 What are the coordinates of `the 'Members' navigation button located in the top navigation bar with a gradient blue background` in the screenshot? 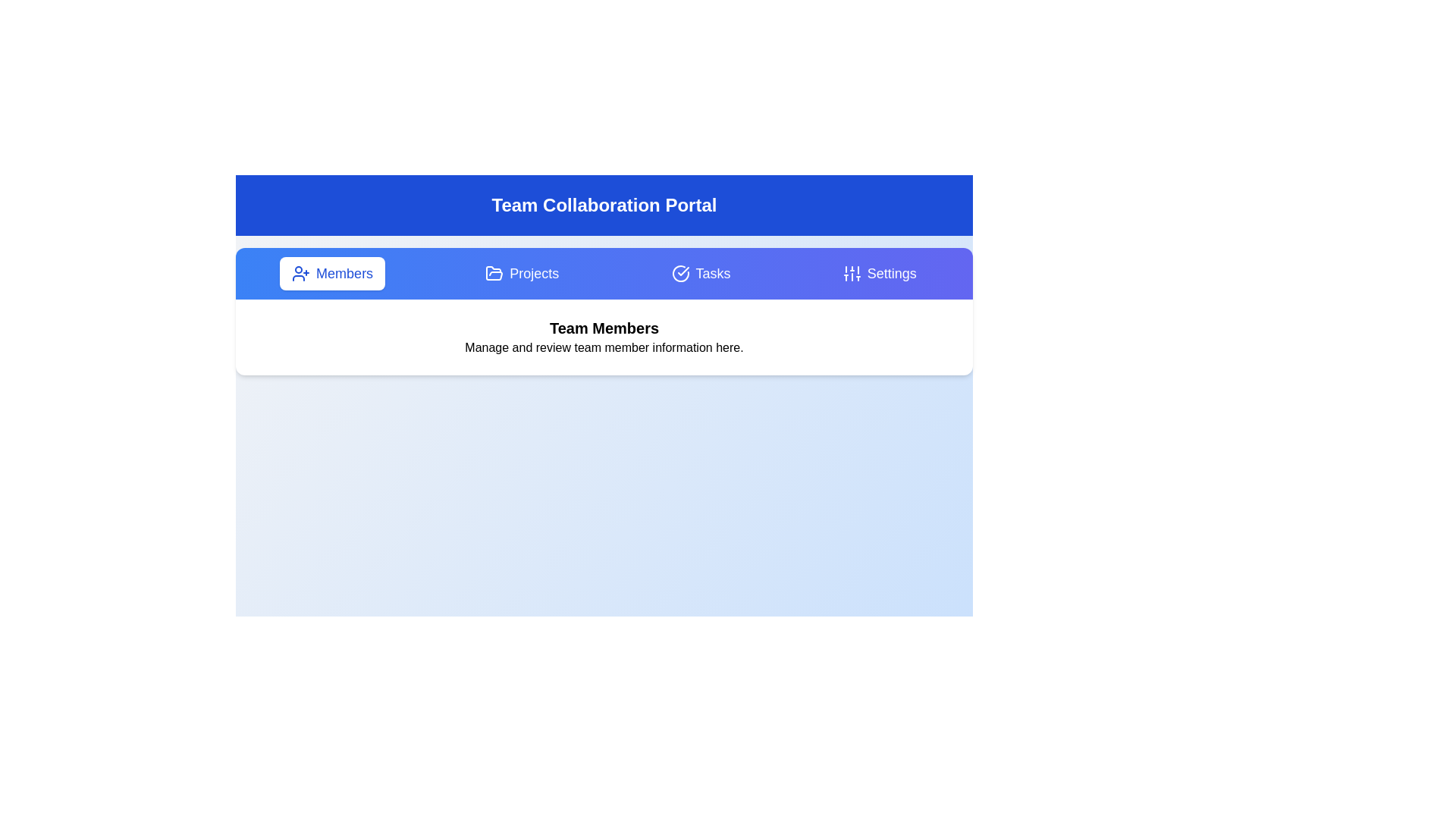 It's located at (331, 274).